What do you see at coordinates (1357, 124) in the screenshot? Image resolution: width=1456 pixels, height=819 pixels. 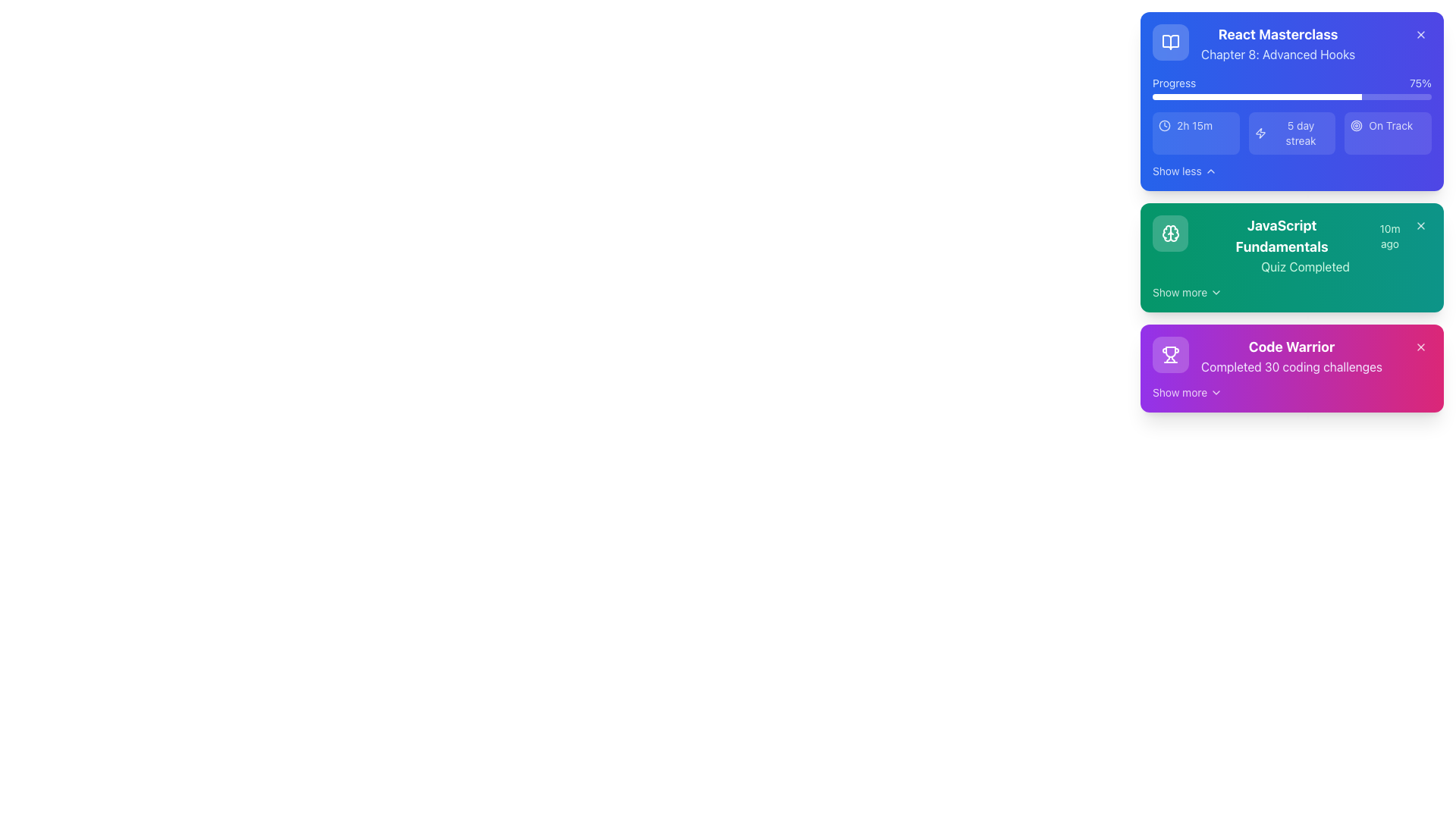 I see `the decorative icon in the 'On Track' section of the 'React Masterclass' card, which symbolizes focus or progress, located to the right of the 'On Track' text` at bounding box center [1357, 124].